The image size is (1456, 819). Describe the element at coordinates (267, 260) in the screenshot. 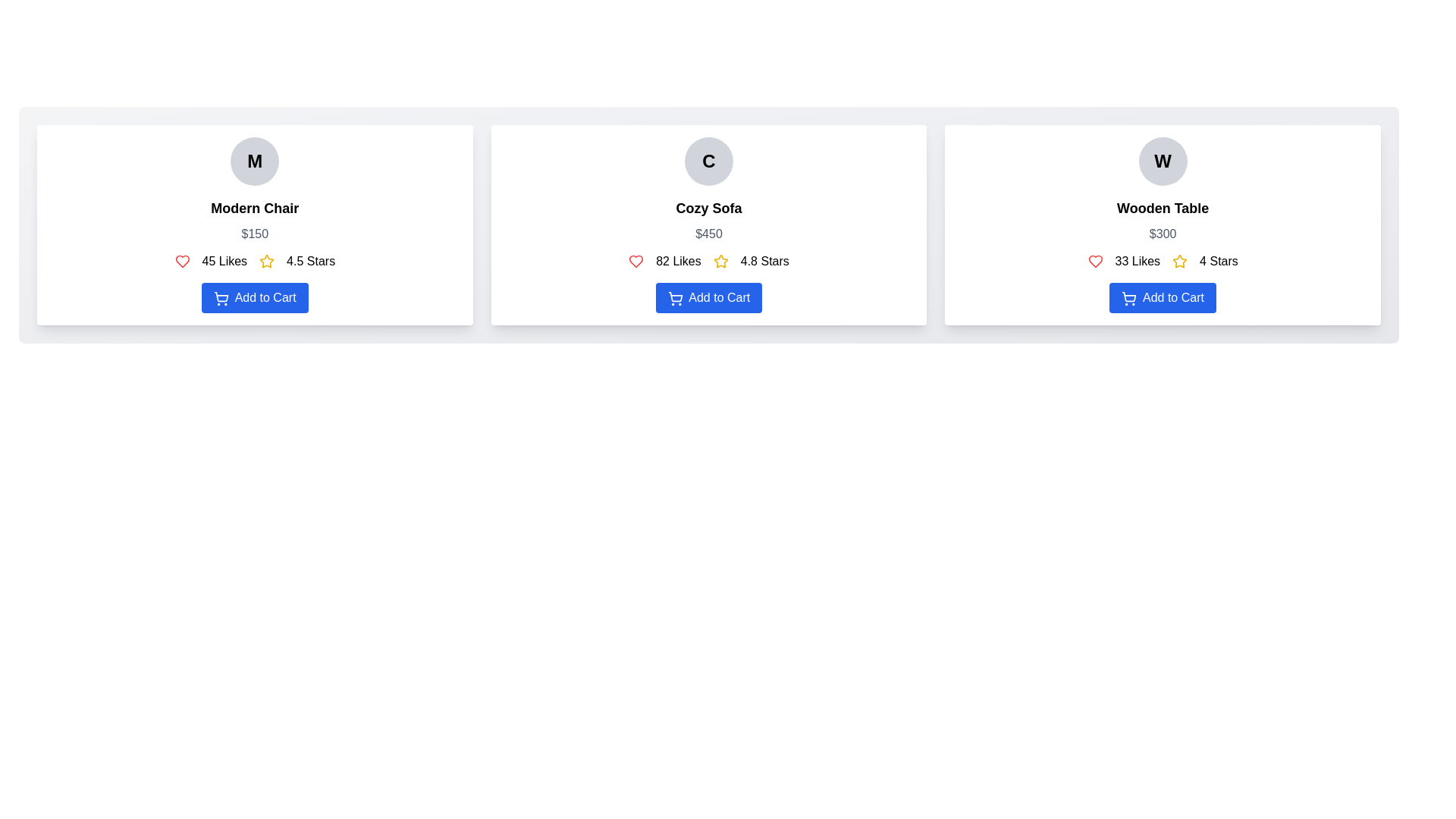

I see `the rating icon located to the right of the '45 Likes' text and immediately left of the '4.5 Stars' text, which represents the average rating for the 'Modern Chair' product` at that location.